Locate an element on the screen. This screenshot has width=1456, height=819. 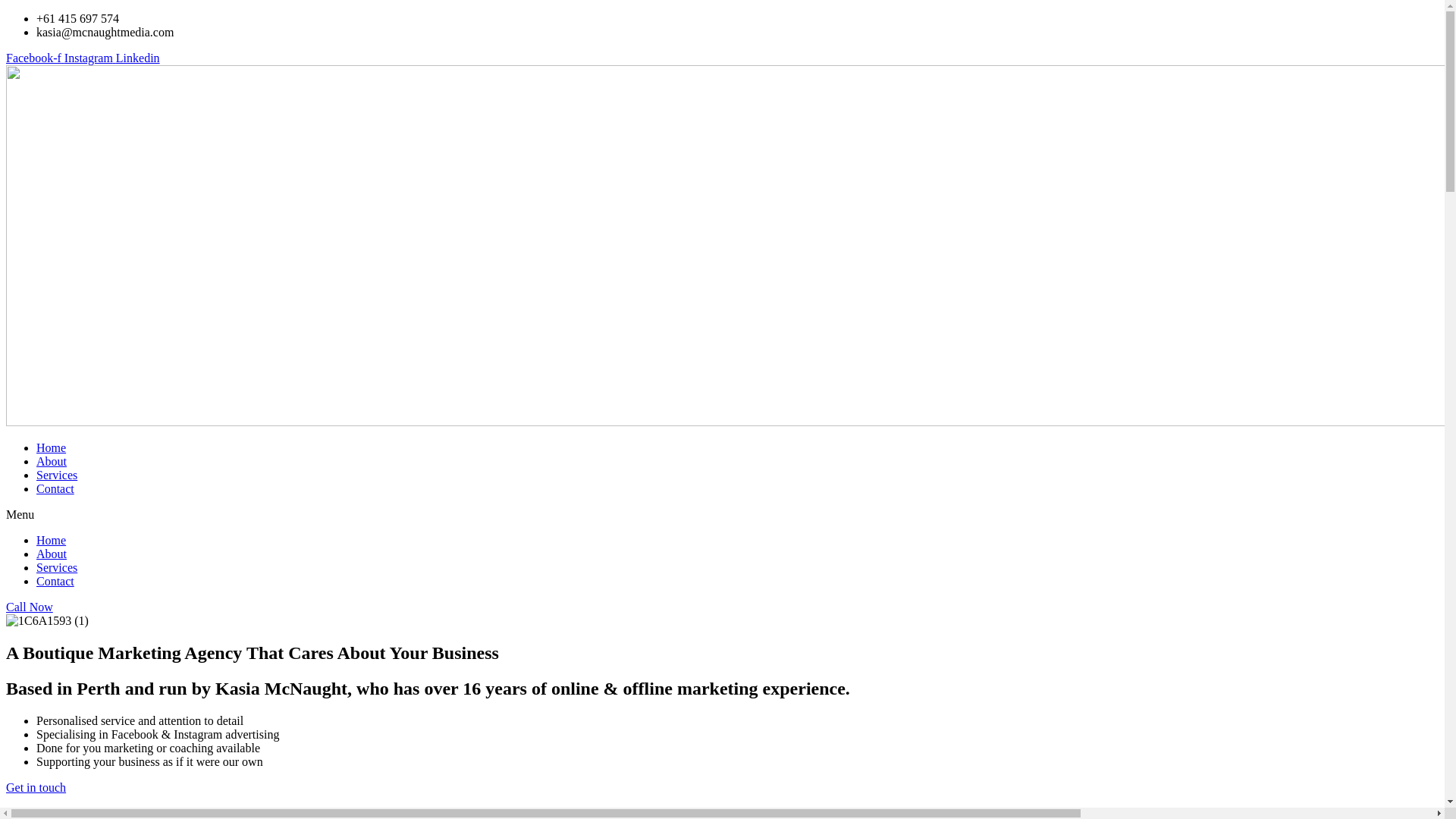
'Home' is located at coordinates (51, 447).